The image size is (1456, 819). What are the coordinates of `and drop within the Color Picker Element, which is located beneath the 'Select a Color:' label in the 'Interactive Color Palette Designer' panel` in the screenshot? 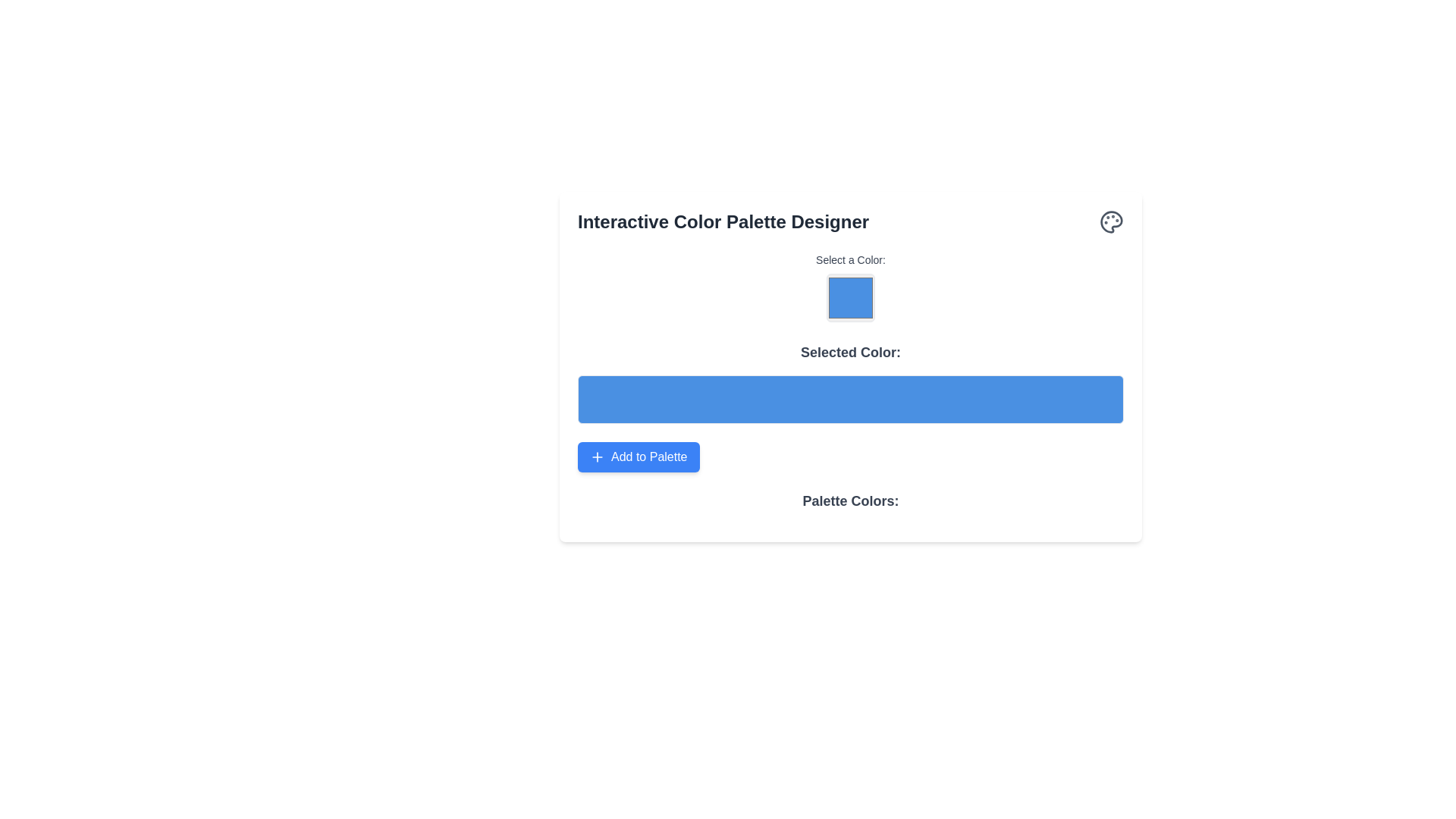 It's located at (851, 288).